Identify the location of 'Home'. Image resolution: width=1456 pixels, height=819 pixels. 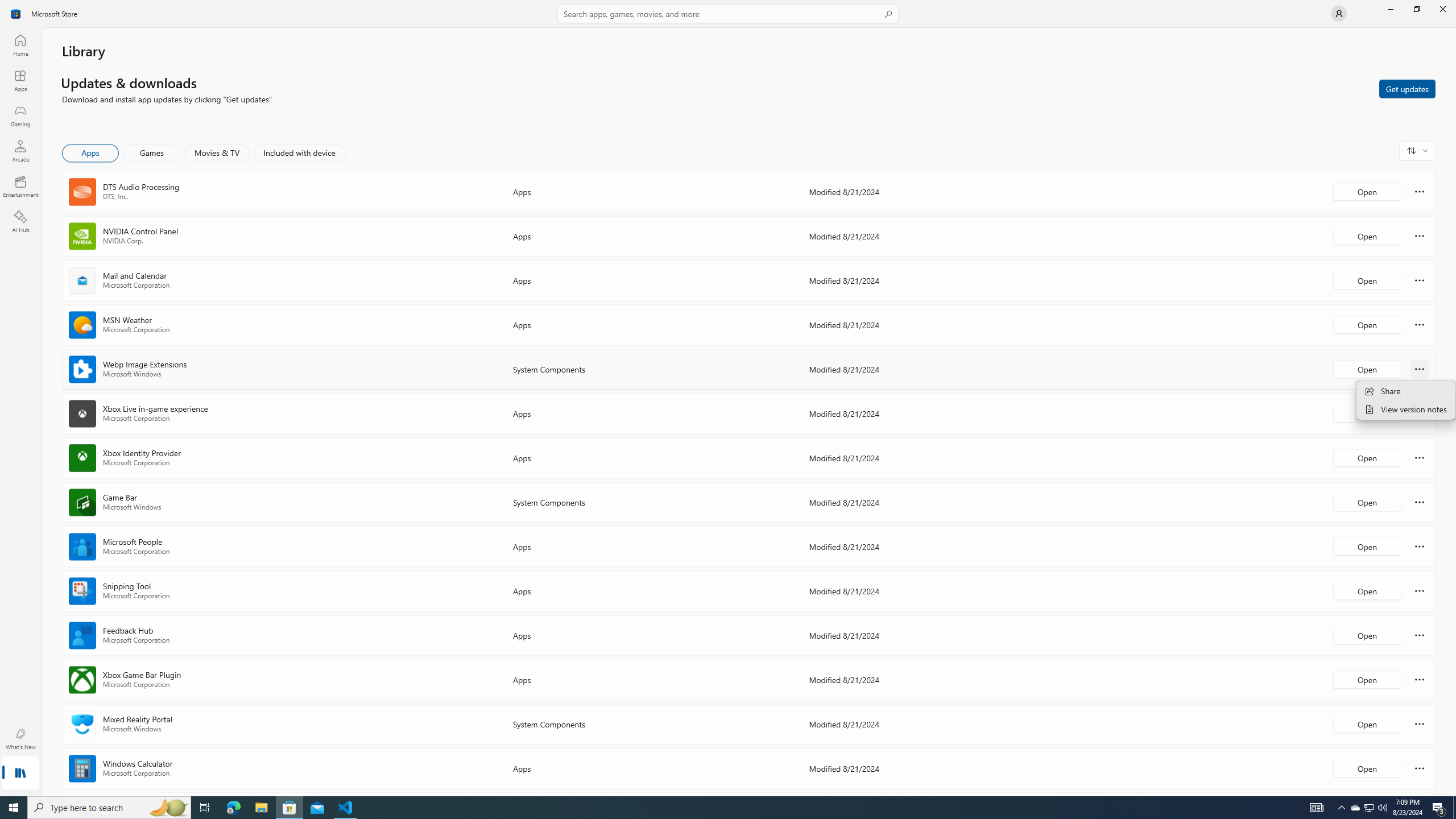
(19, 44).